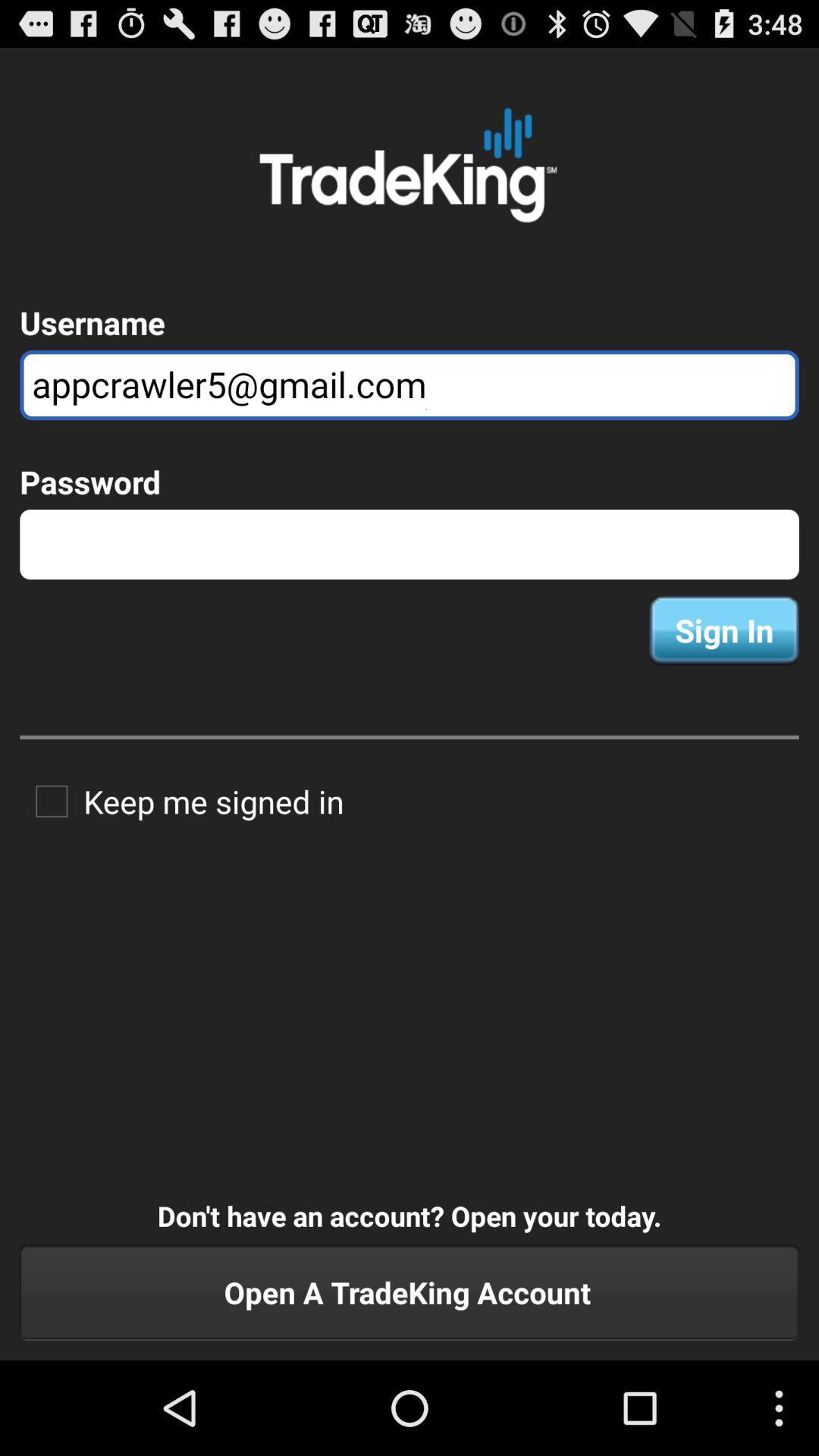 The height and width of the screenshot is (1456, 819). I want to click on the item on the left, so click(180, 800).